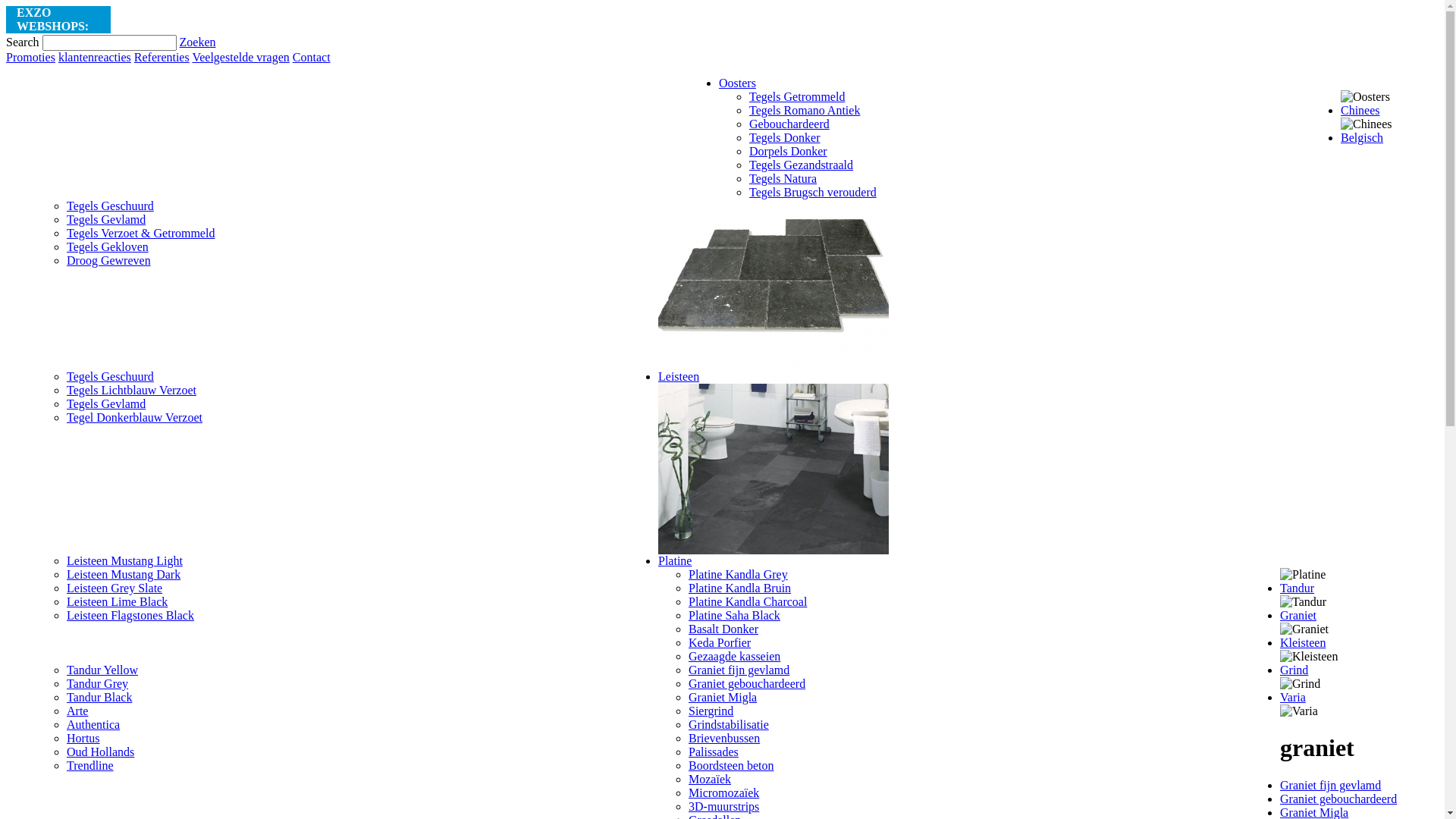 The height and width of the screenshot is (819, 1456). What do you see at coordinates (131, 389) in the screenshot?
I see `'Tegels Lichtblauw Verzoet'` at bounding box center [131, 389].